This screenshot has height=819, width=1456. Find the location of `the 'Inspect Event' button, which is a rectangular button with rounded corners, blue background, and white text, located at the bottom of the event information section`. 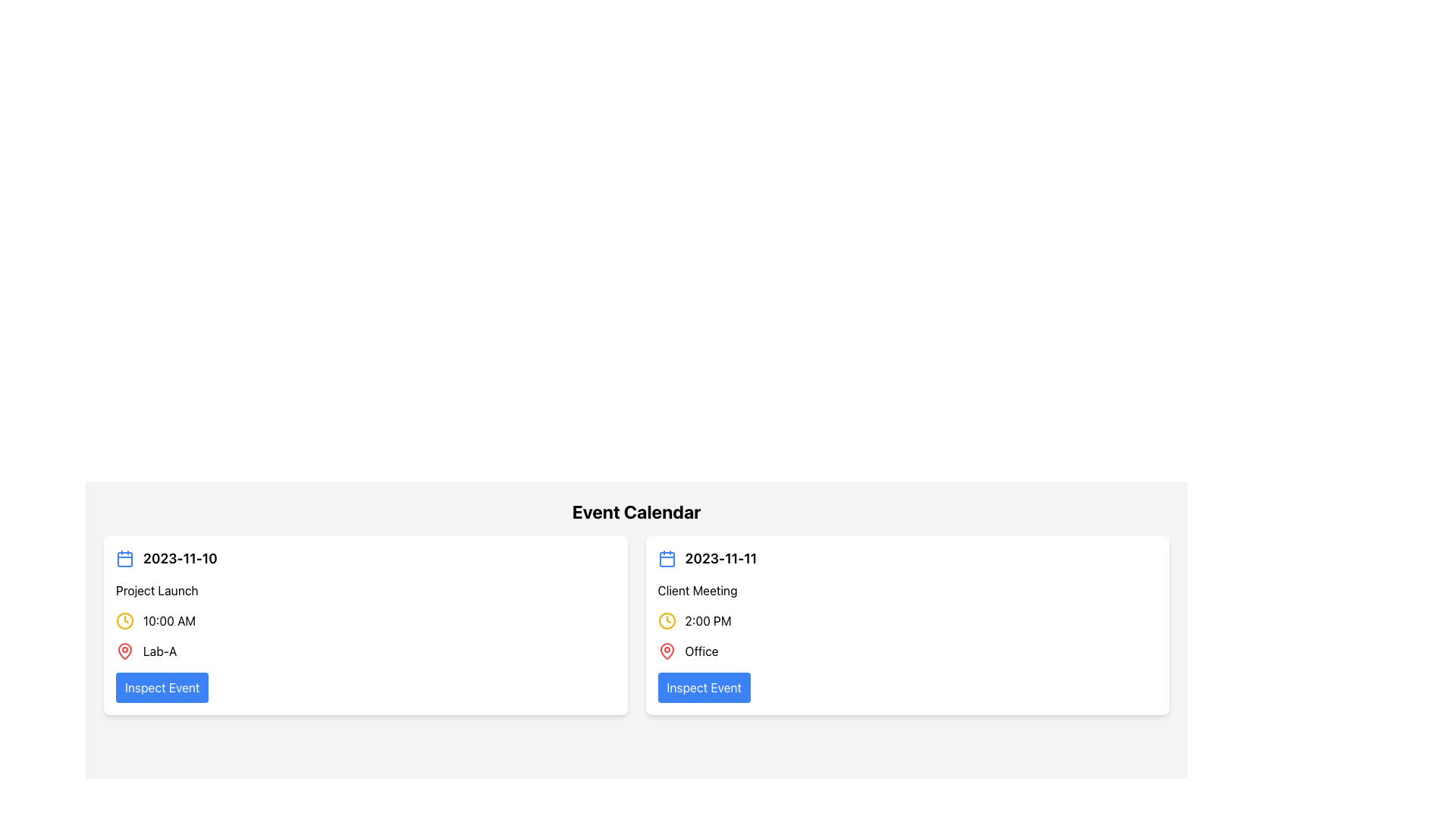

the 'Inspect Event' button, which is a rectangular button with rounded corners, blue background, and white text, located at the bottom of the event information section is located at coordinates (162, 687).